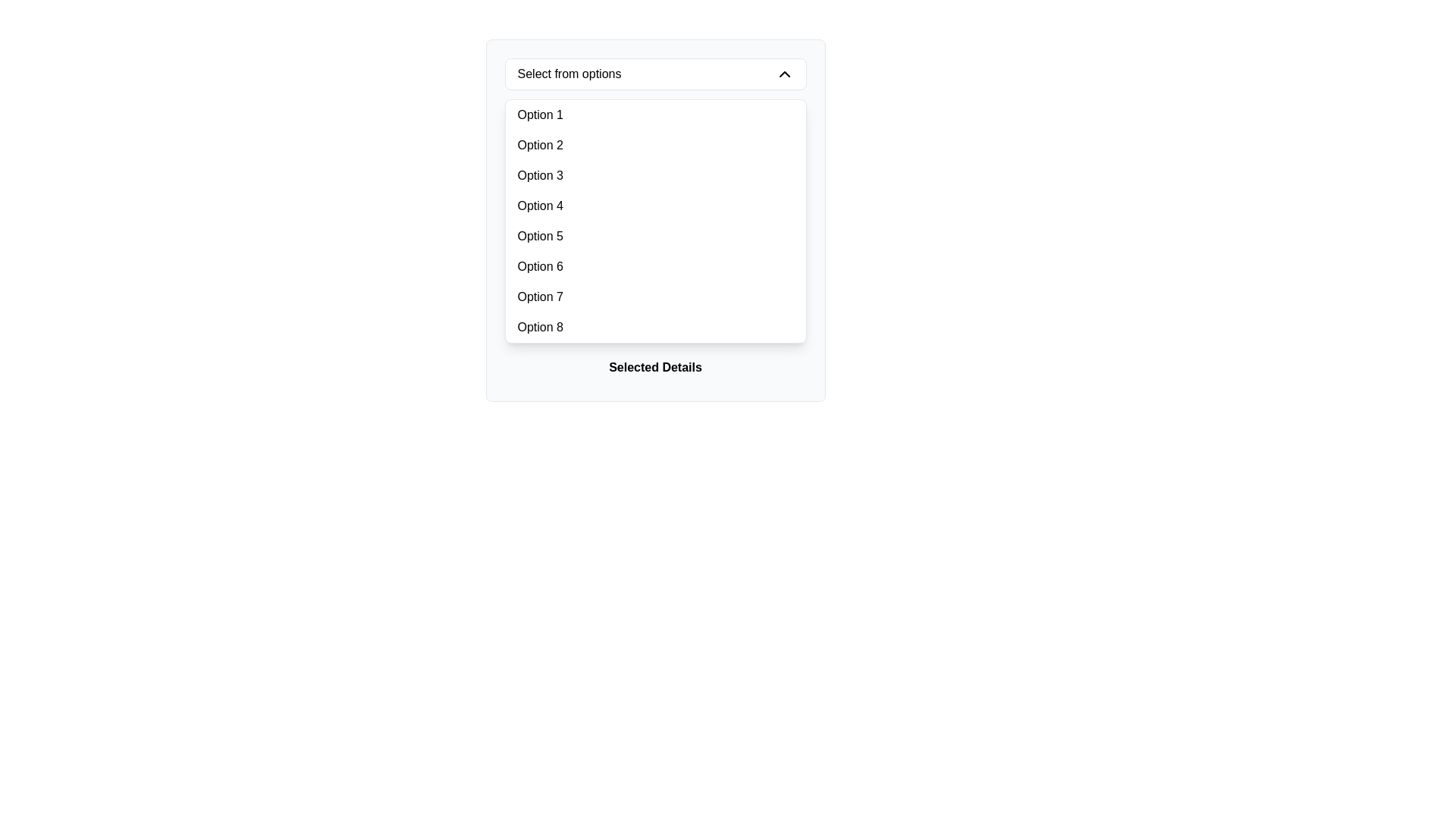 This screenshot has height=819, width=1456. I want to click on the upward-pointing chevron icon button located at the far-right edge of the dropdown menu, which is styled in a minimalistic manner with a black outline and rounded edges, for interaction feedback, so click(784, 74).